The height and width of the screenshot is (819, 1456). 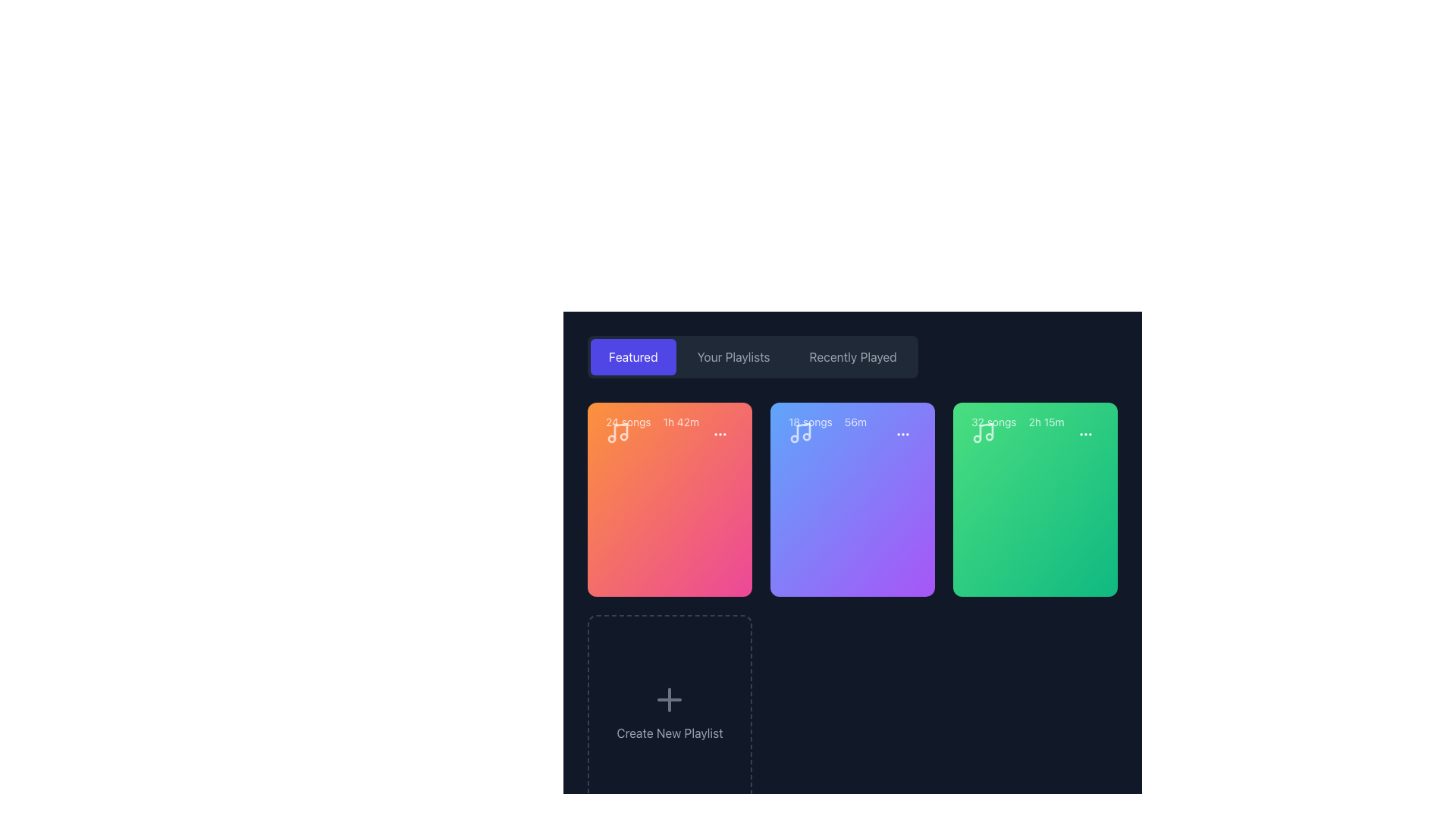 I want to click on the circular button with an ellipsis icon in the upper-right corner of the blue card, so click(x=902, y=435).